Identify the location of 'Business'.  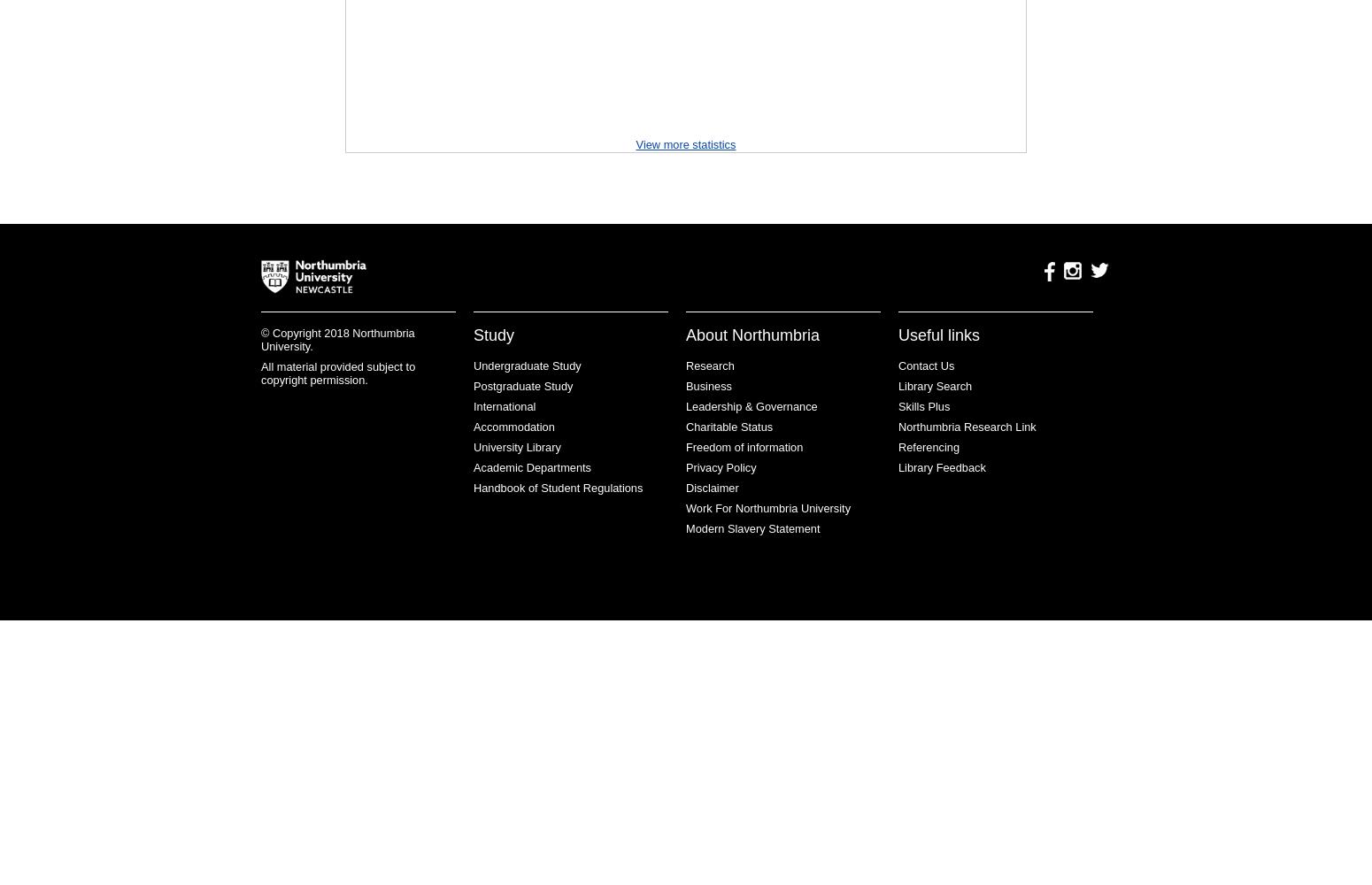
(686, 386).